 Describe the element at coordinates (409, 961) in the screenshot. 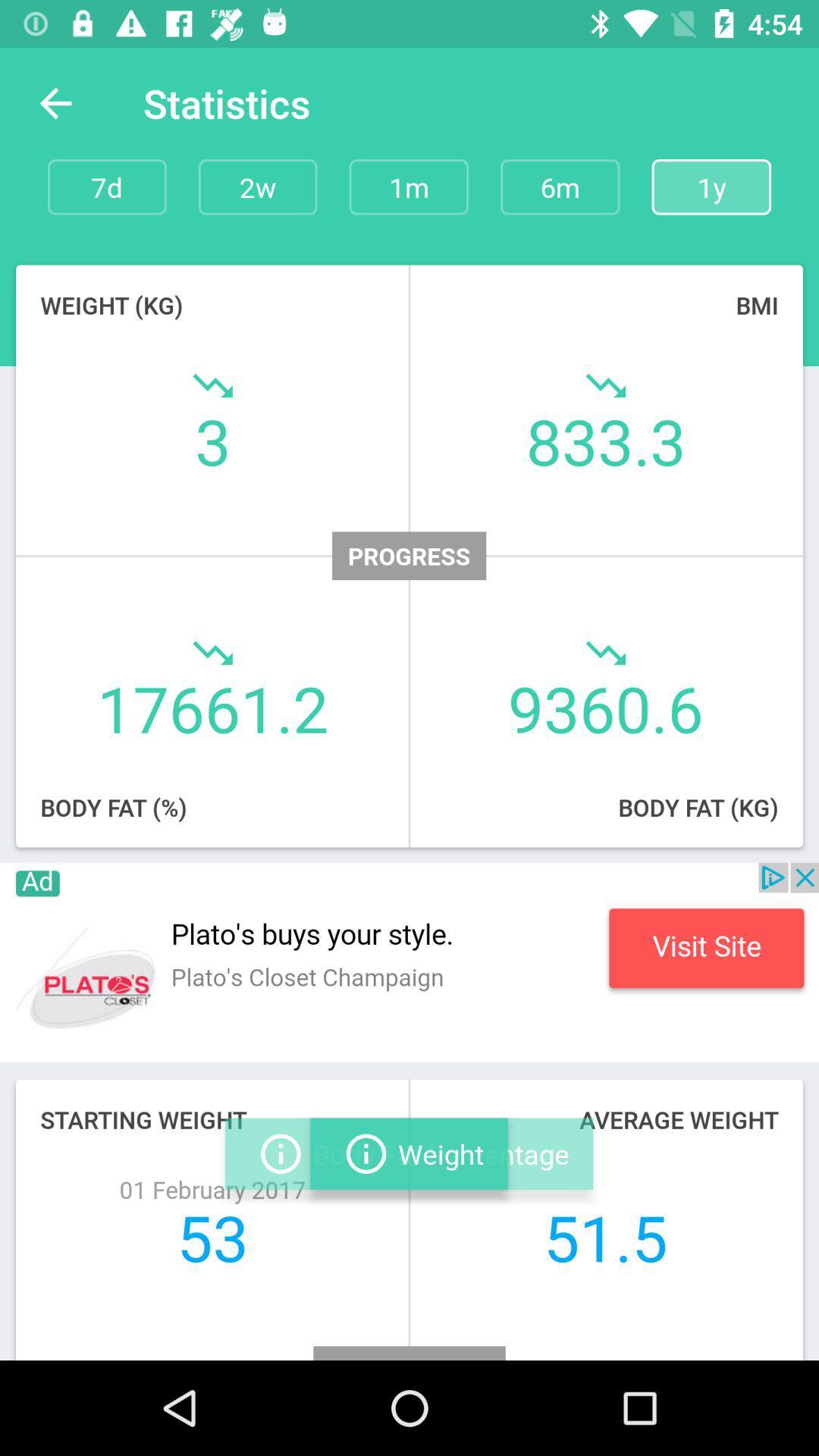

I see `advertising area button` at that location.